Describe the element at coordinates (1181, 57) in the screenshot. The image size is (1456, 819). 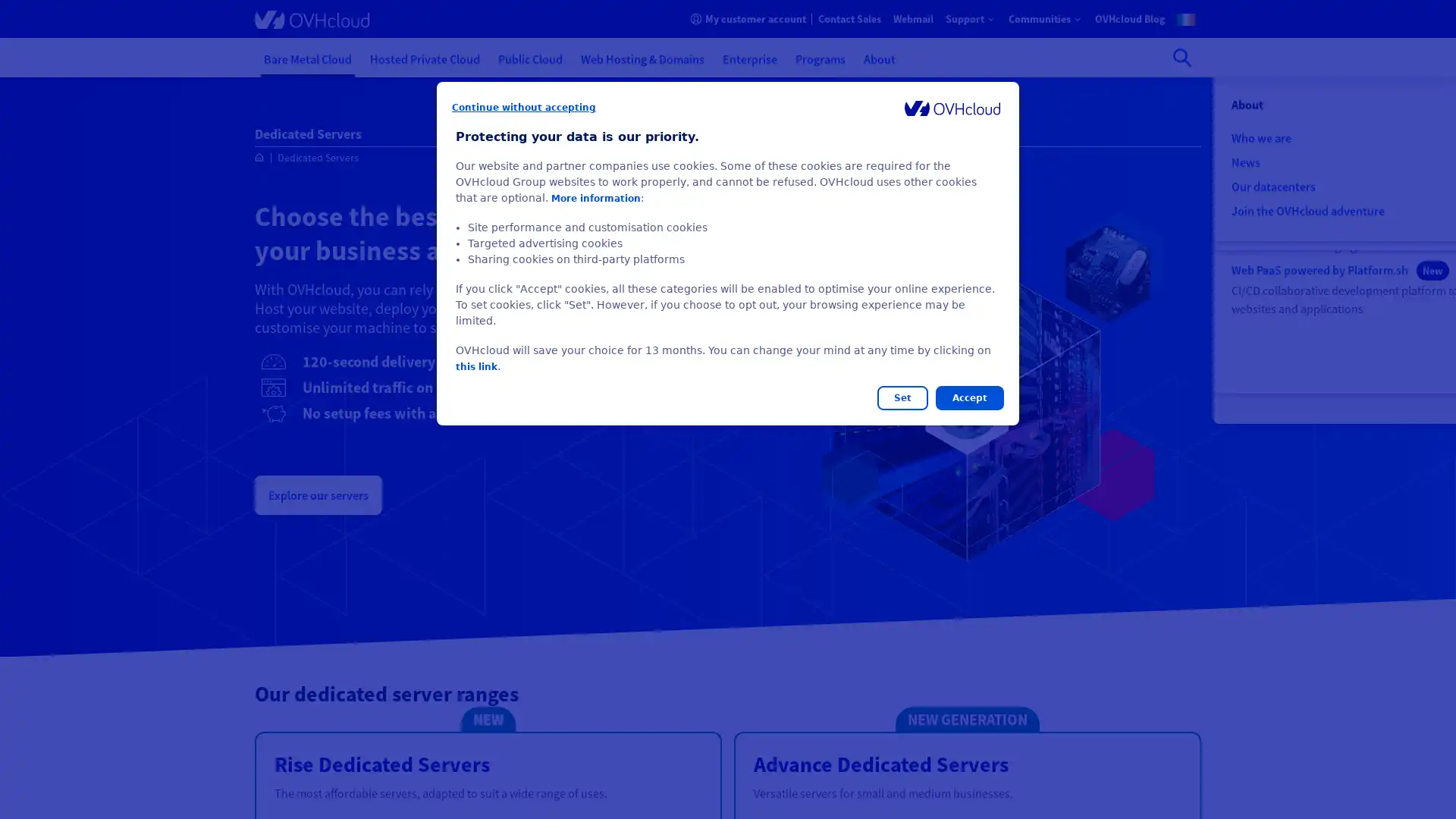
I see `Open search bar` at that location.